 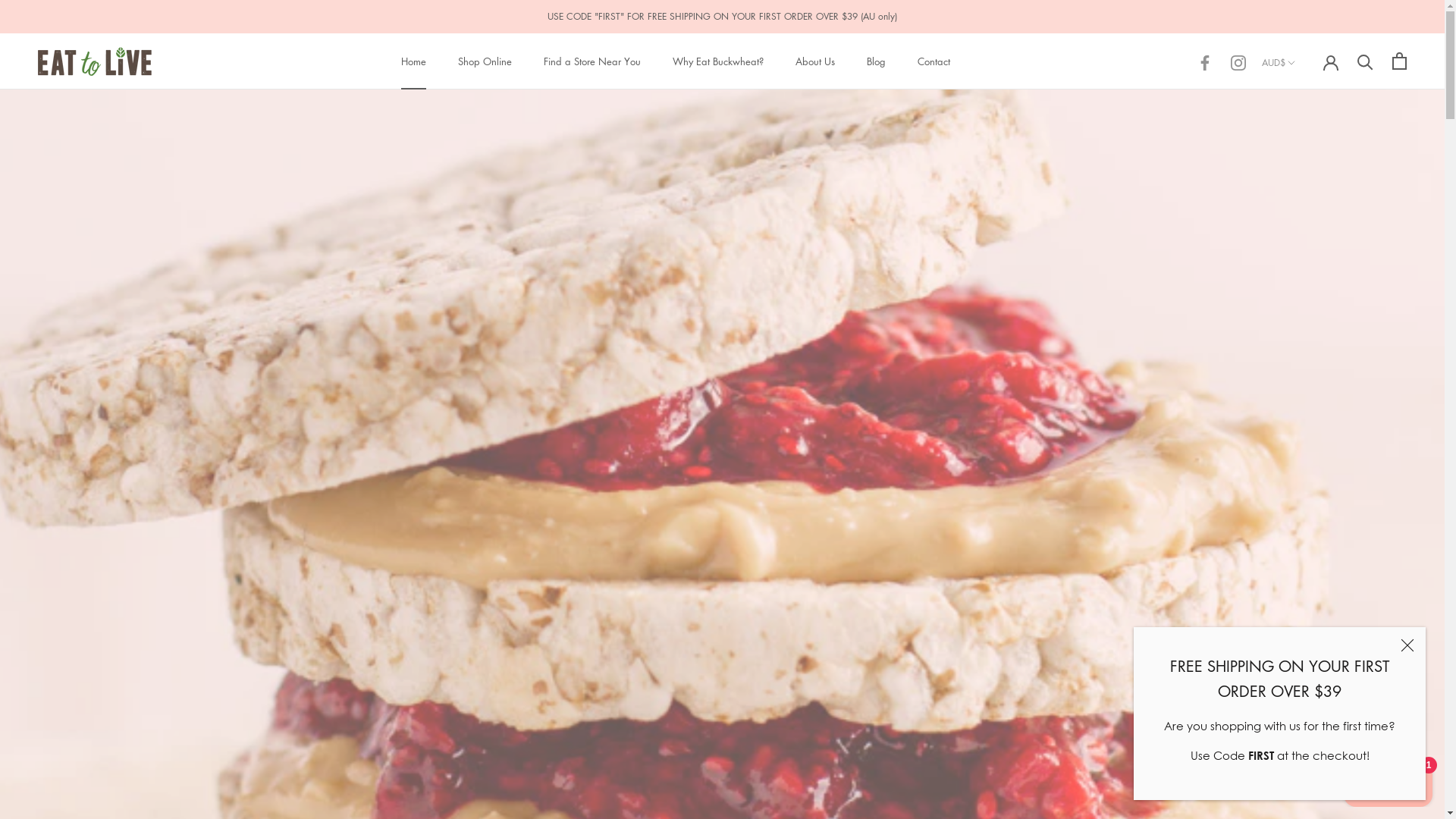 What do you see at coordinates (716, 60) in the screenshot?
I see `'Why Eat Buckwheat?` at bounding box center [716, 60].